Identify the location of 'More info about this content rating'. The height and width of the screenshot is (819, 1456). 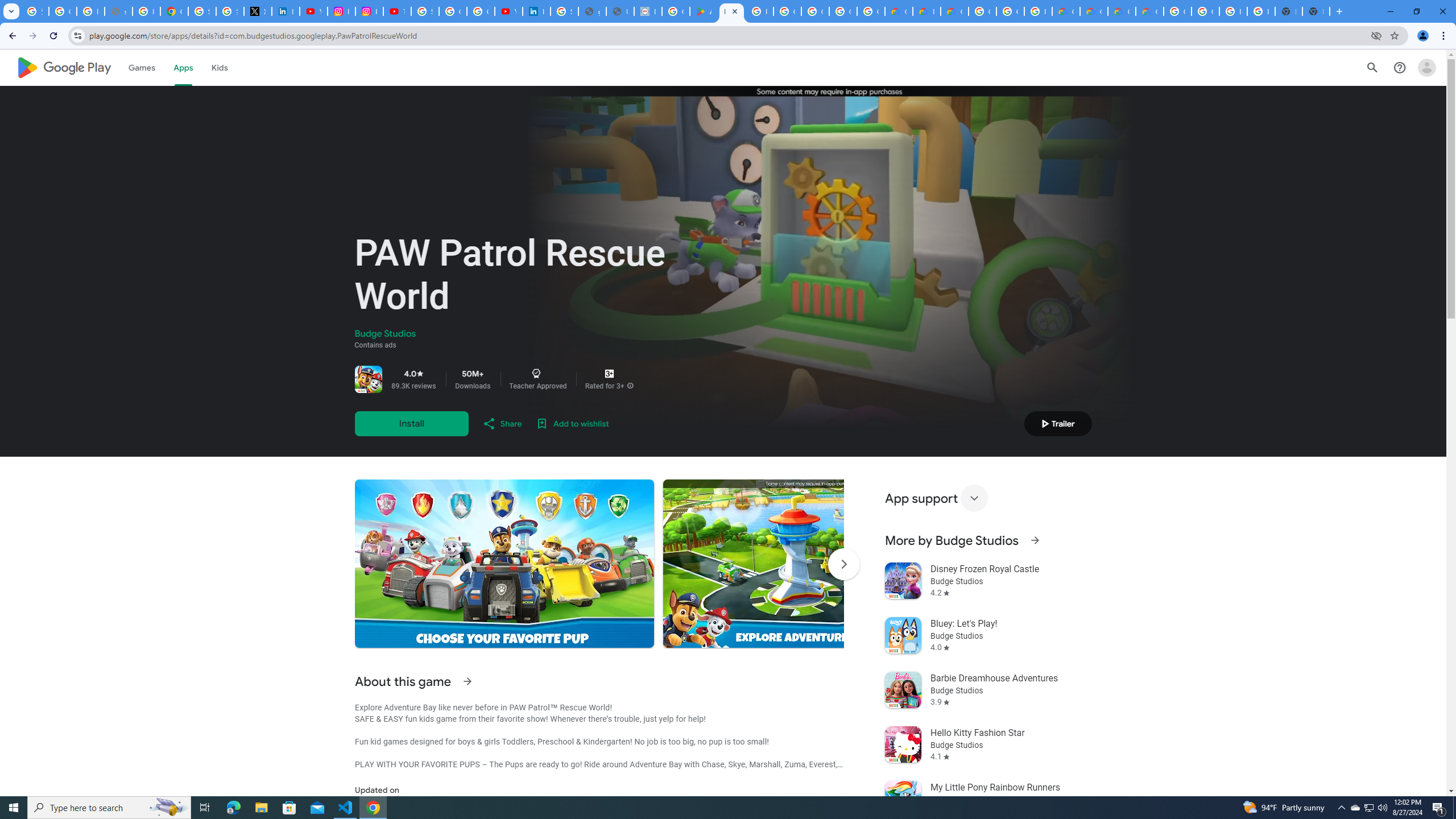
(630, 385).